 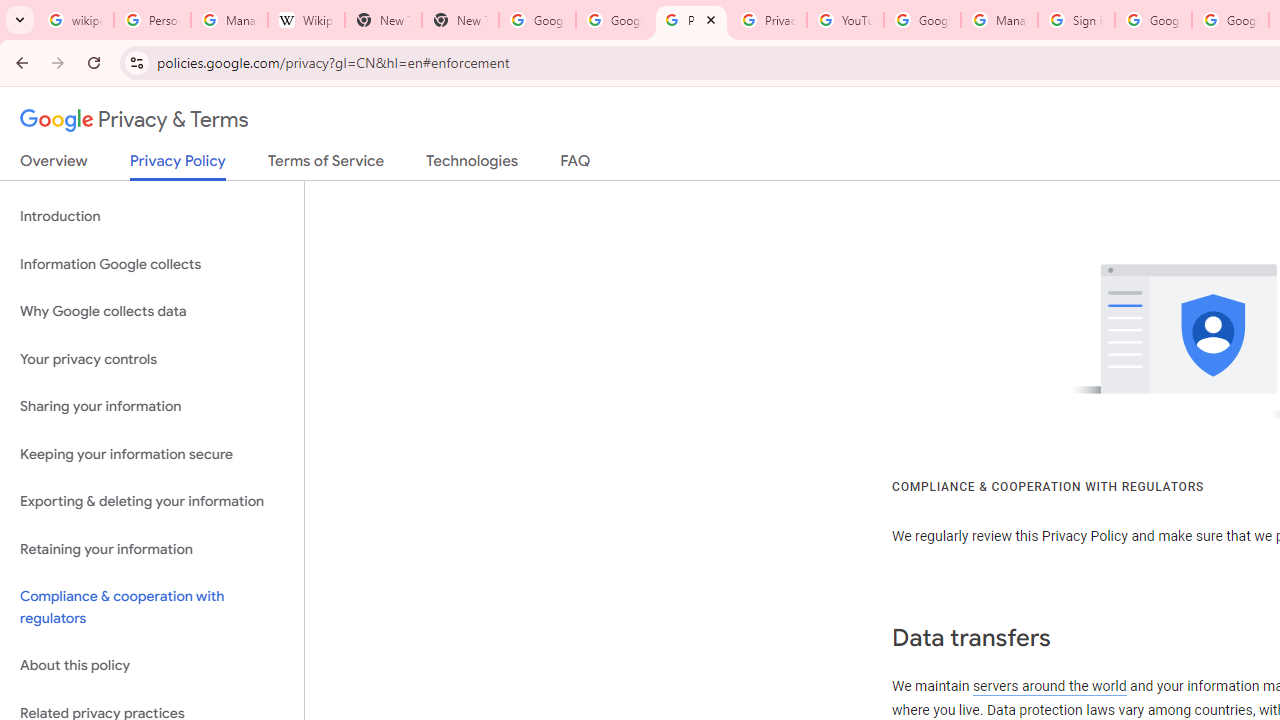 What do you see at coordinates (151, 406) in the screenshot?
I see `'Sharing your information'` at bounding box center [151, 406].